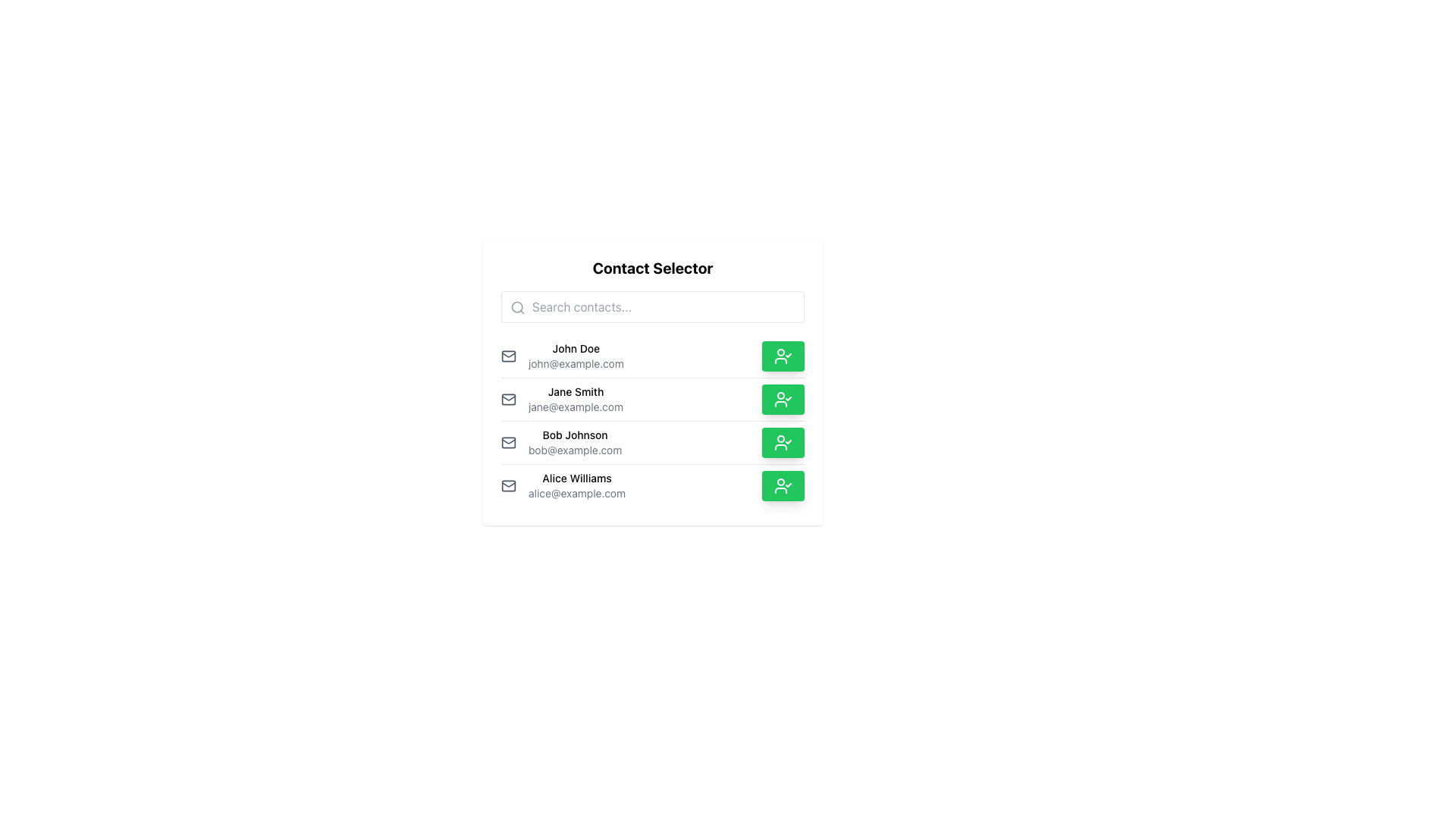 This screenshot has width=1456, height=819. Describe the element at coordinates (652, 485) in the screenshot. I see `the email address of the contact entry in the fourth position of the contact list` at that location.